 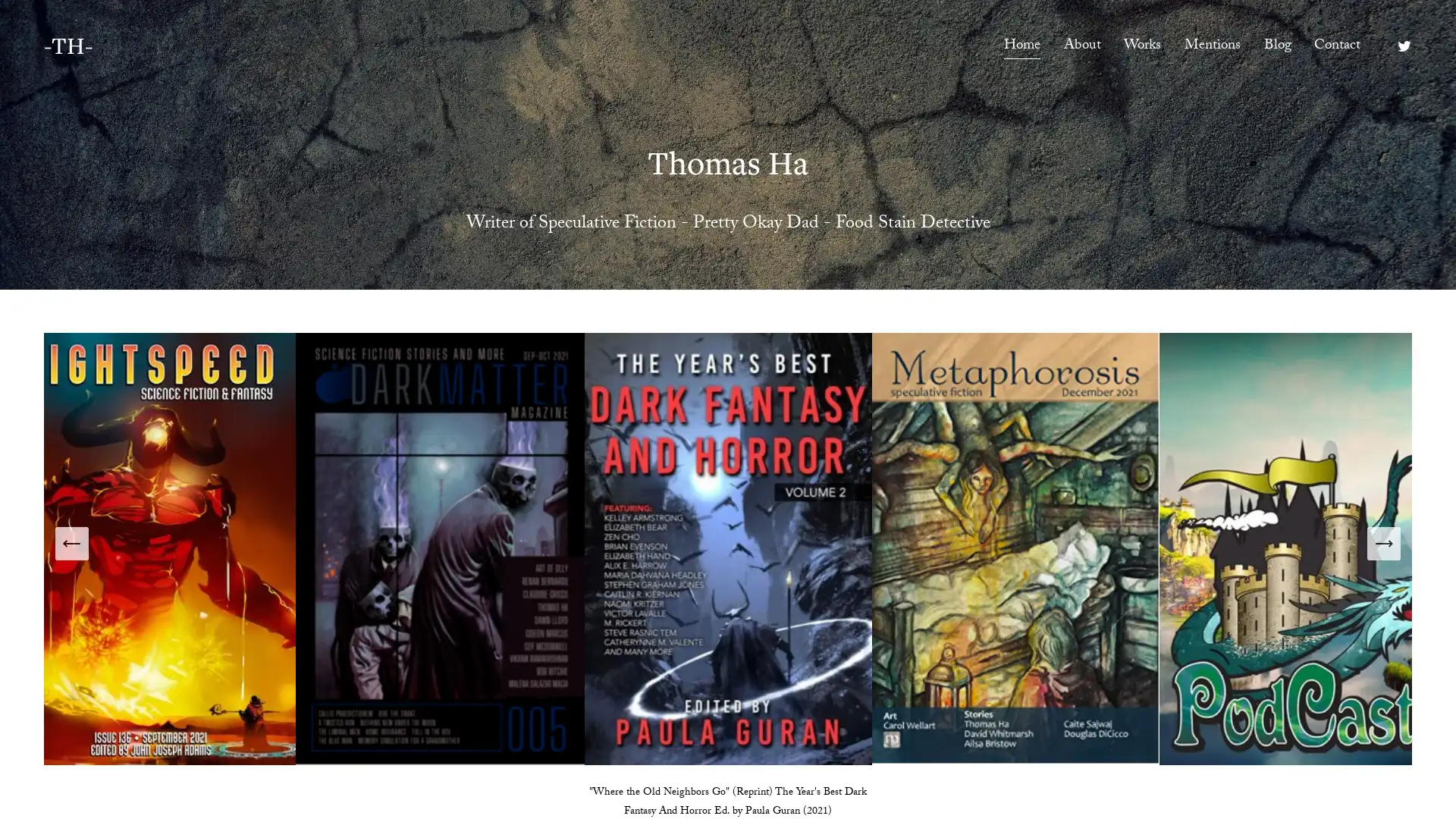 What do you see at coordinates (71, 542) in the screenshot?
I see `Previous Slide` at bounding box center [71, 542].